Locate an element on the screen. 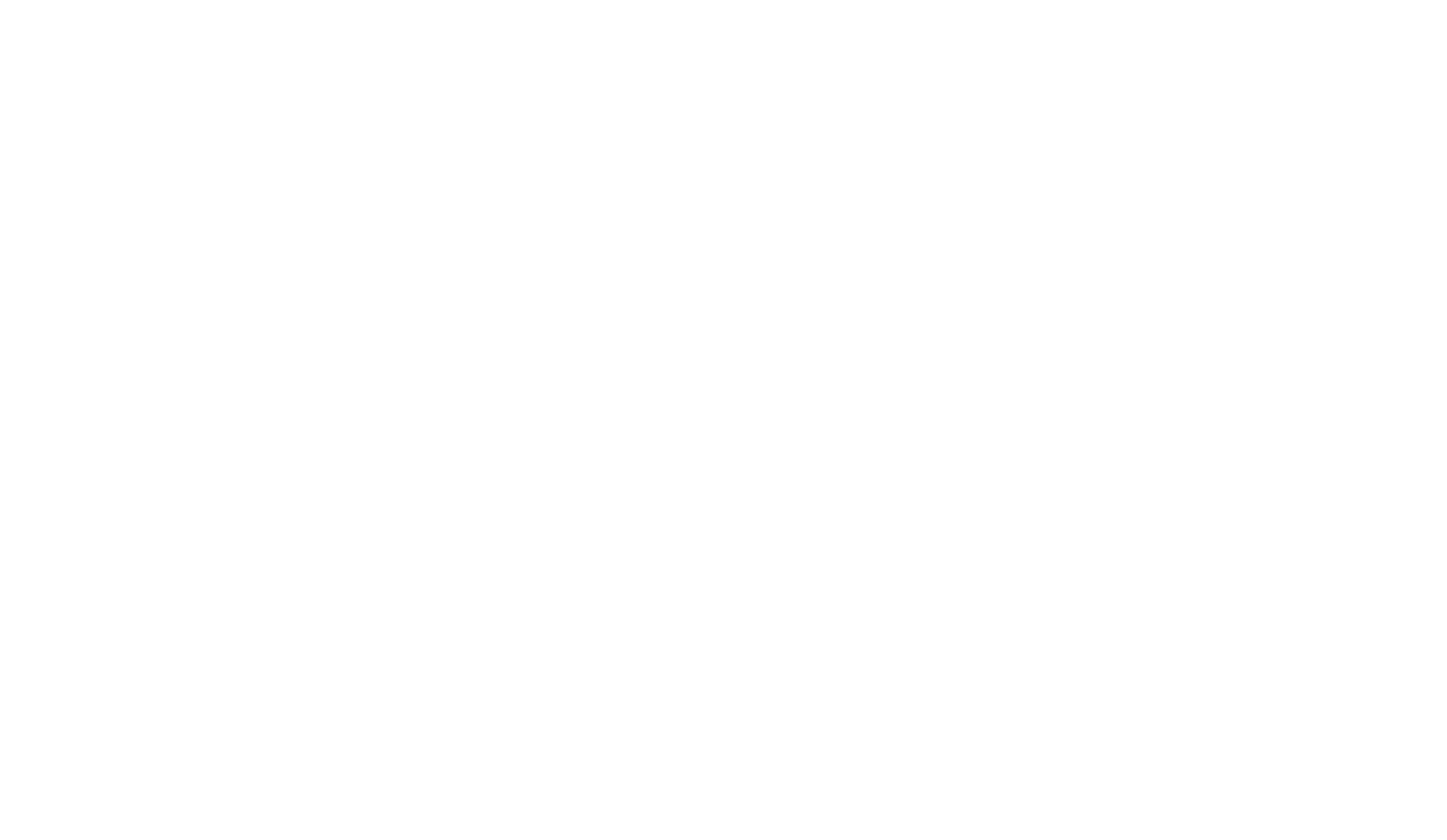  'Spotted par Eugénie 8' is located at coordinates (1097, 155).